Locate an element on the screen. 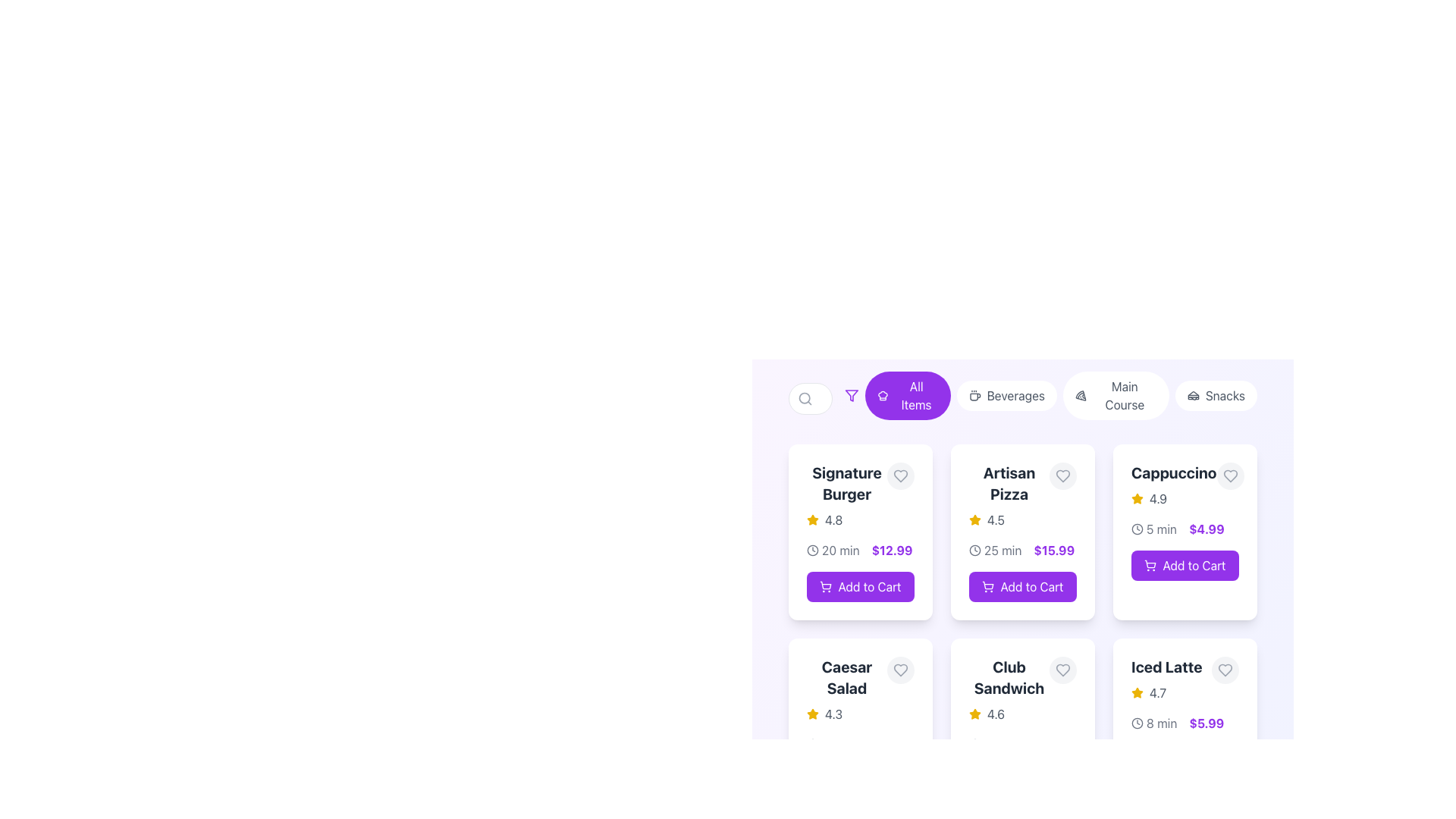 The height and width of the screenshot is (819, 1456). the text label displaying 'Cappuccino', which is the heading of the third card in the second row, styled in bold, large grayish-black font is located at coordinates (1173, 472).